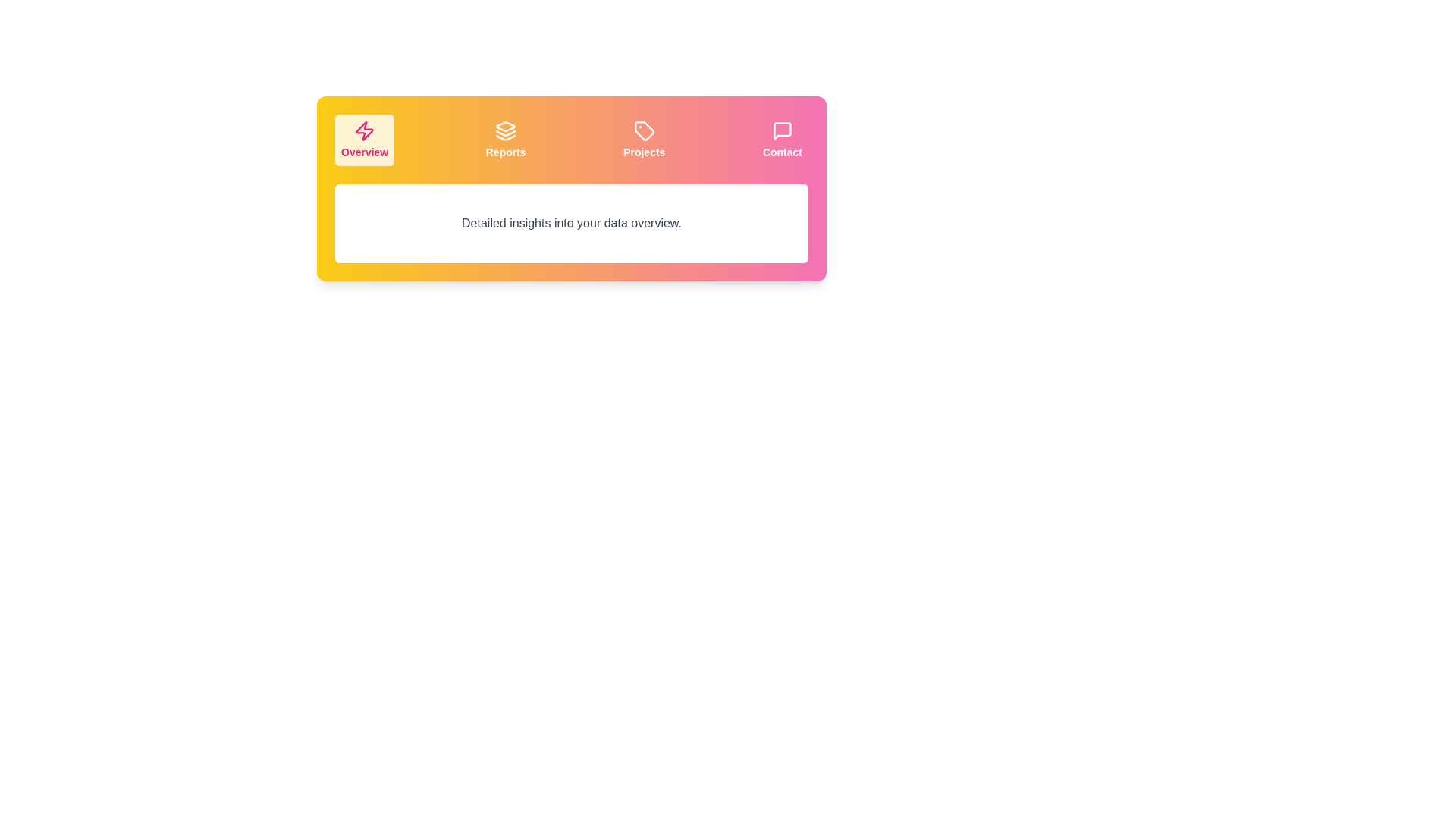  I want to click on the representation of the lightning bolt-shaped SVG icon, which is styled in bold pink color and located in the top-left corner of the horizontal menu bar, above the 'Overview' label, so click(365, 130).